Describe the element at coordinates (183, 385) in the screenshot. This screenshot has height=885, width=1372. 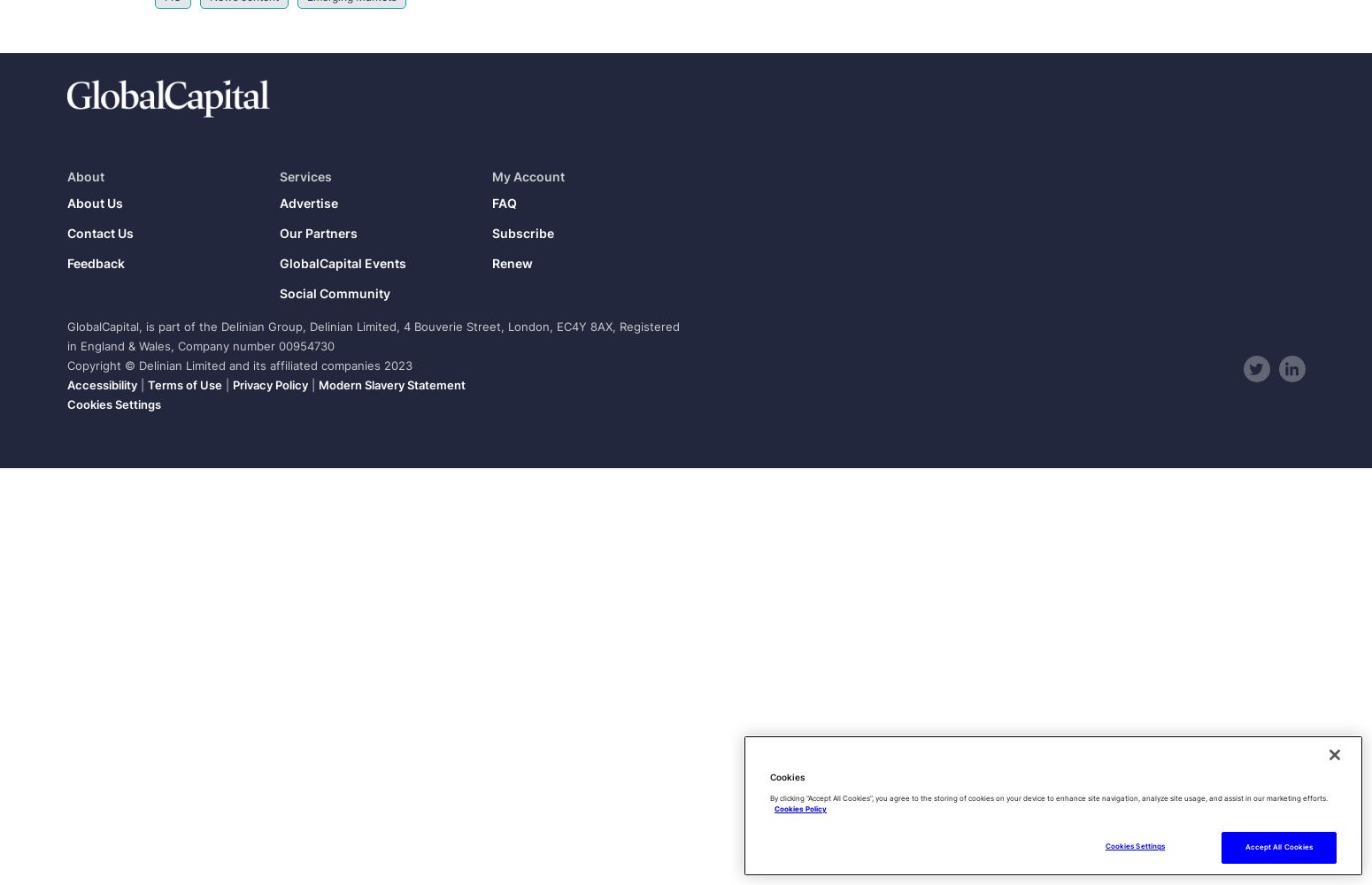
I see `'Terms of Use'` at that location.